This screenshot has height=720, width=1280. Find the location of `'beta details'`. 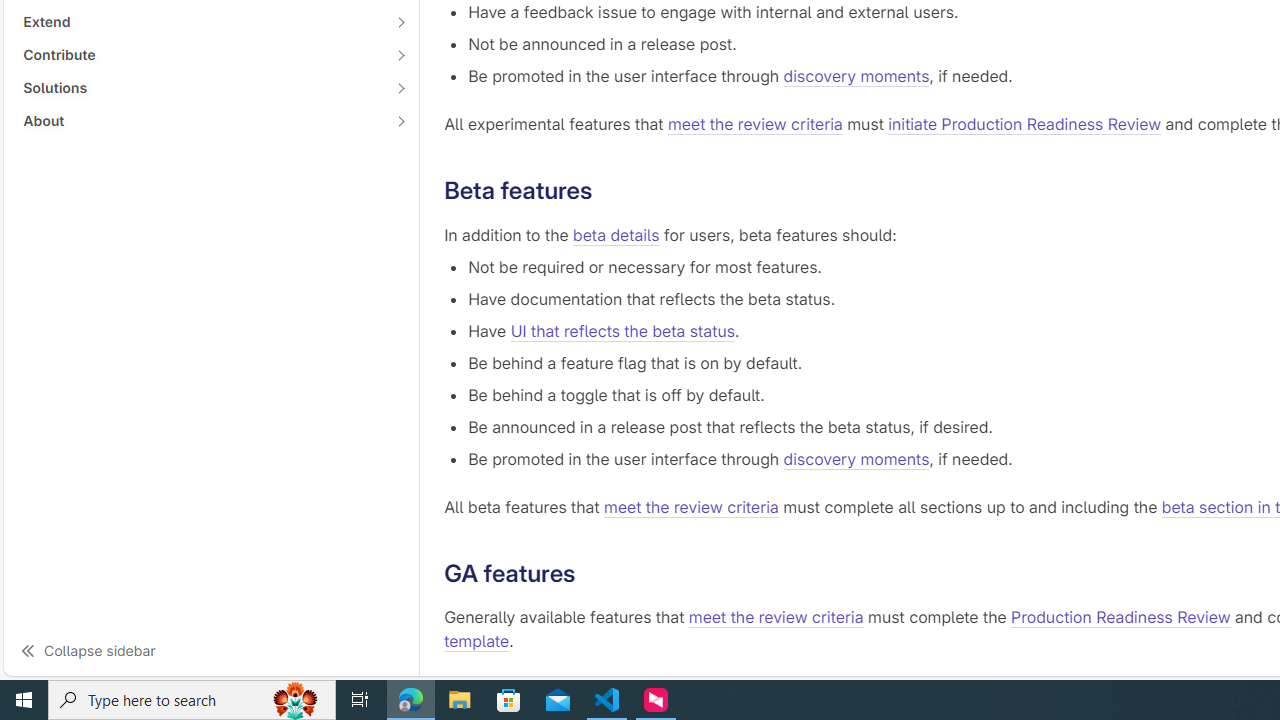

'beta details' is located at coordinates (615, 234).